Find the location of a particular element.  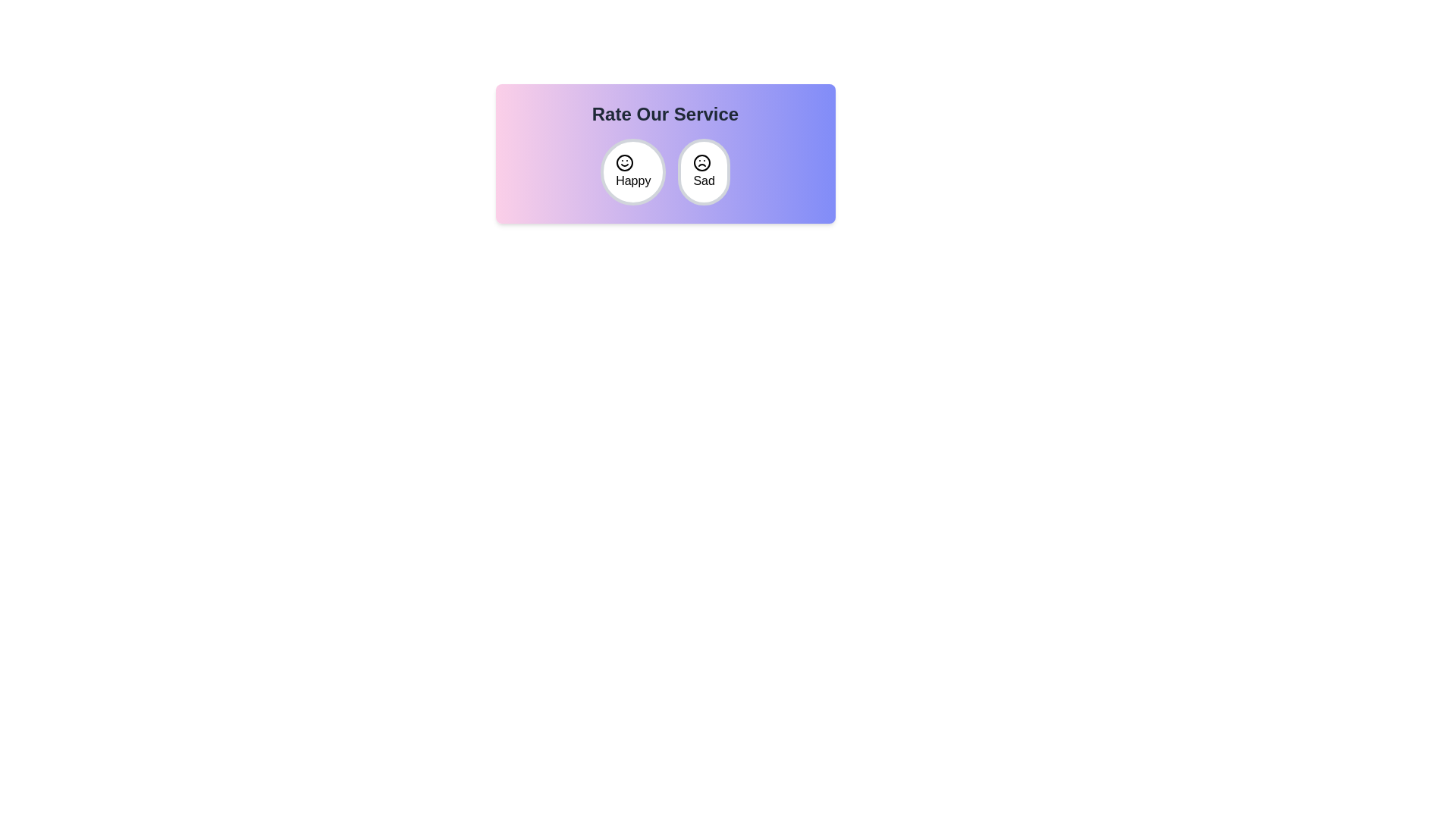

the Happy button to select it as the rating is located at coordinates (633, 171).